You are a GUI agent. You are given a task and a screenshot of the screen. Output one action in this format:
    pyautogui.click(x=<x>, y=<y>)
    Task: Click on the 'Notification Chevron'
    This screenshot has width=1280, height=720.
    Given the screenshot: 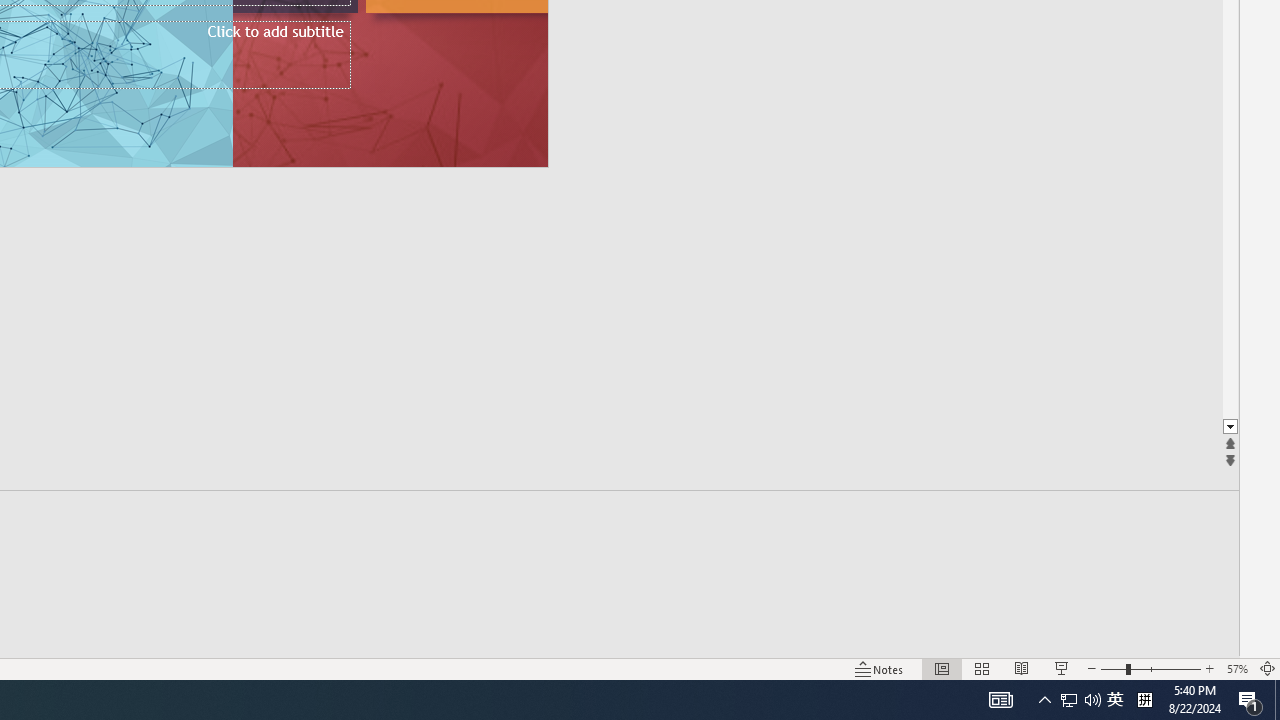 What is the action you would take?
    pyautogui.click(x=1044, y=698)
    